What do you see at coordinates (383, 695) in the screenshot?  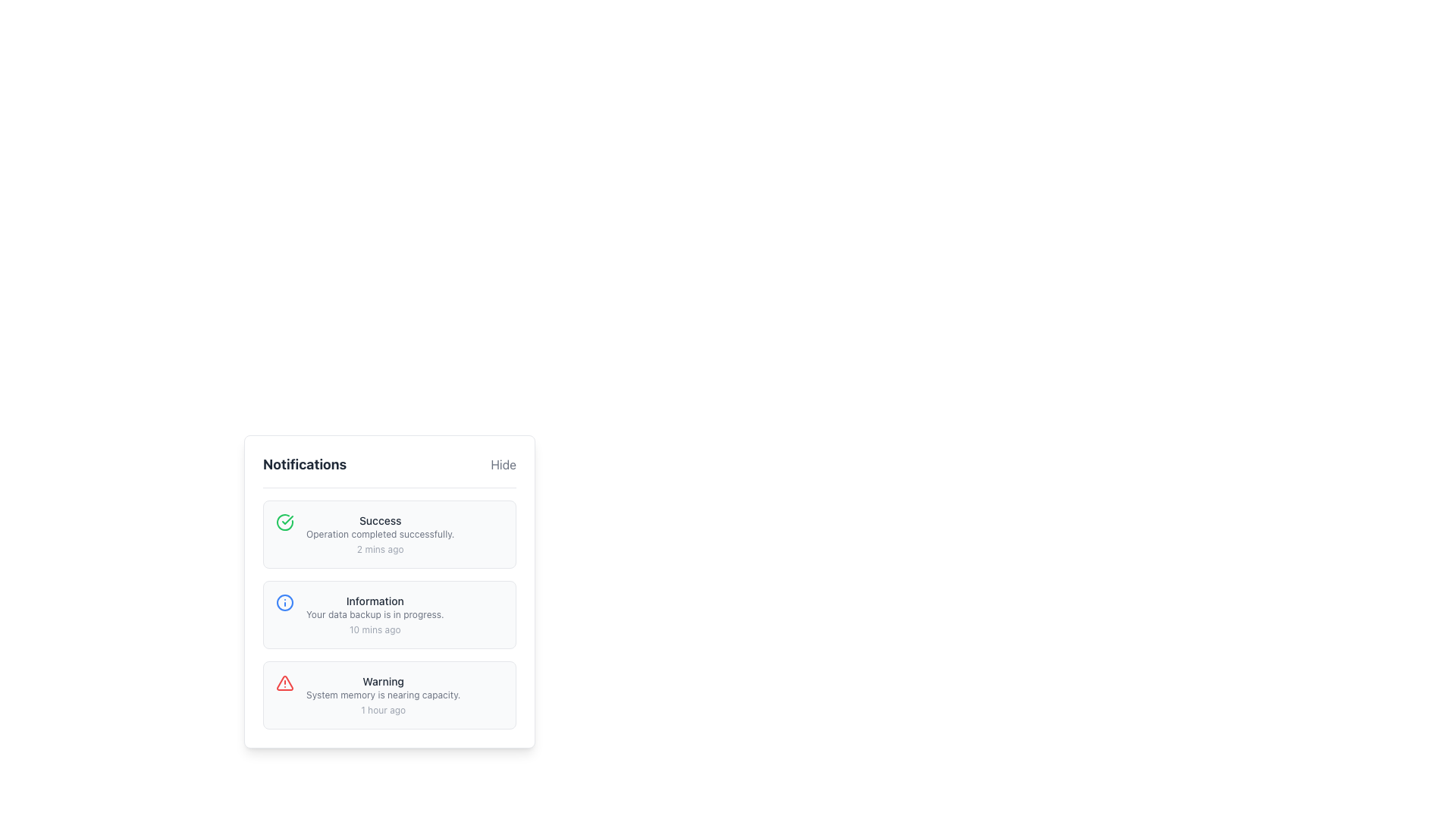 I see `text from the Text Label that says 'System memory is nearing capacity.' located in the warning section of the notification card` at bounding box center [383, 695].